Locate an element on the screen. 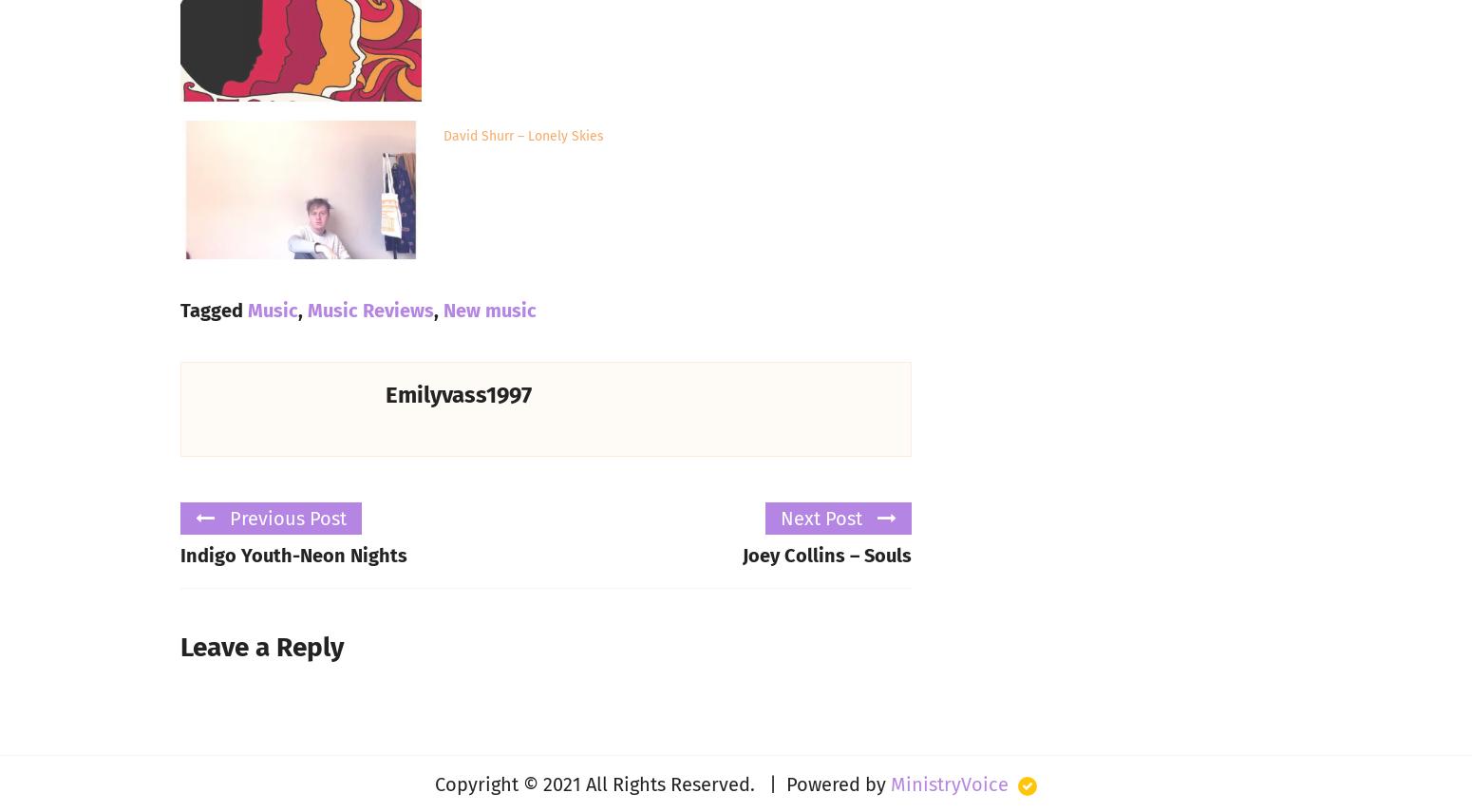 The height and width of the screenshot is (812, 1472). 'Music Reviews' is located at coordinates (370, 309).